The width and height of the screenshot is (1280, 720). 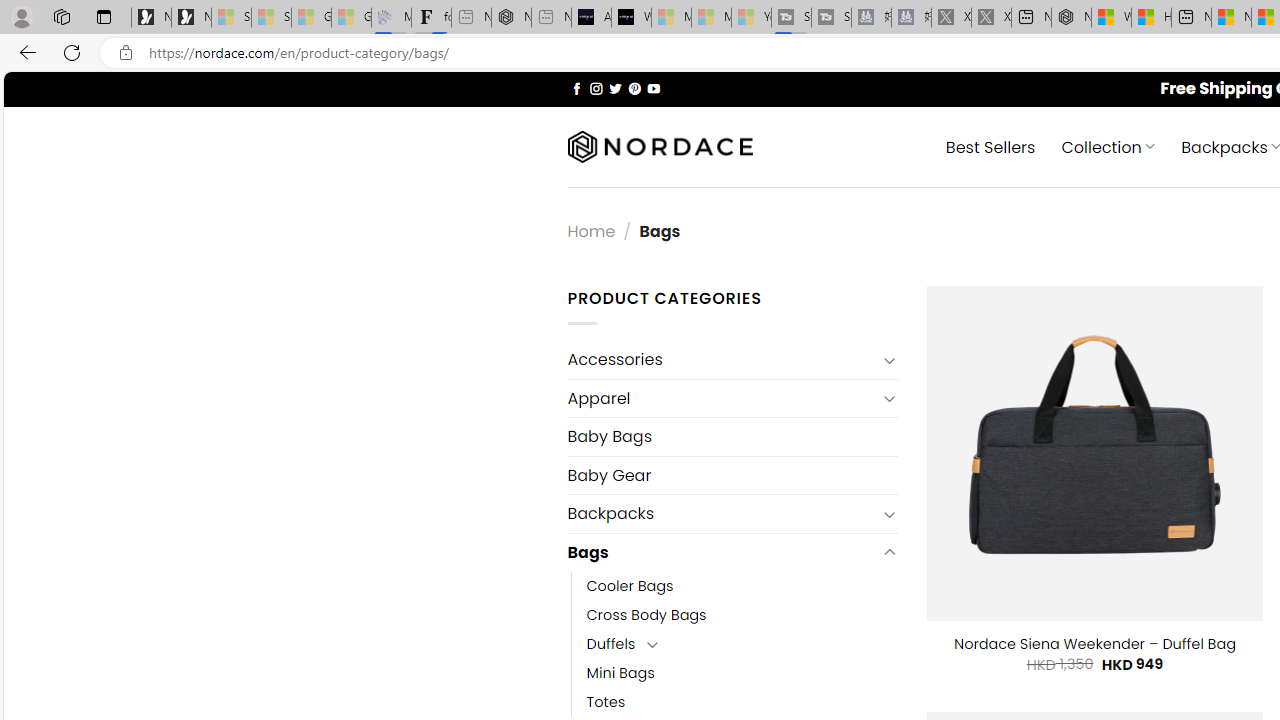 I want to click on 'Apparel', so click(x=720, y=398).